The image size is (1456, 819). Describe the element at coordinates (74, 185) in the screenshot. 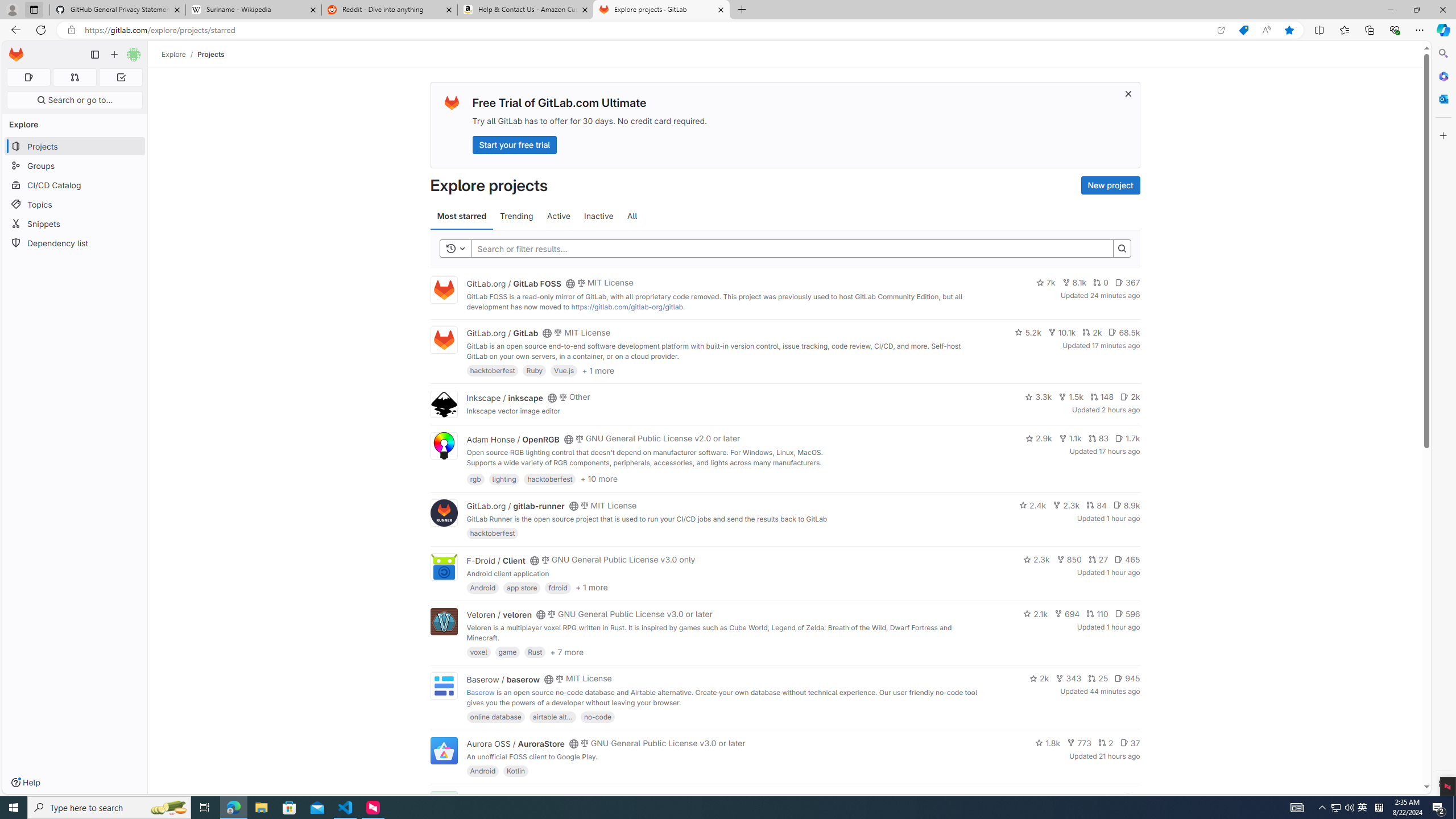

I see `'CI/CD Catalog'` at that location.